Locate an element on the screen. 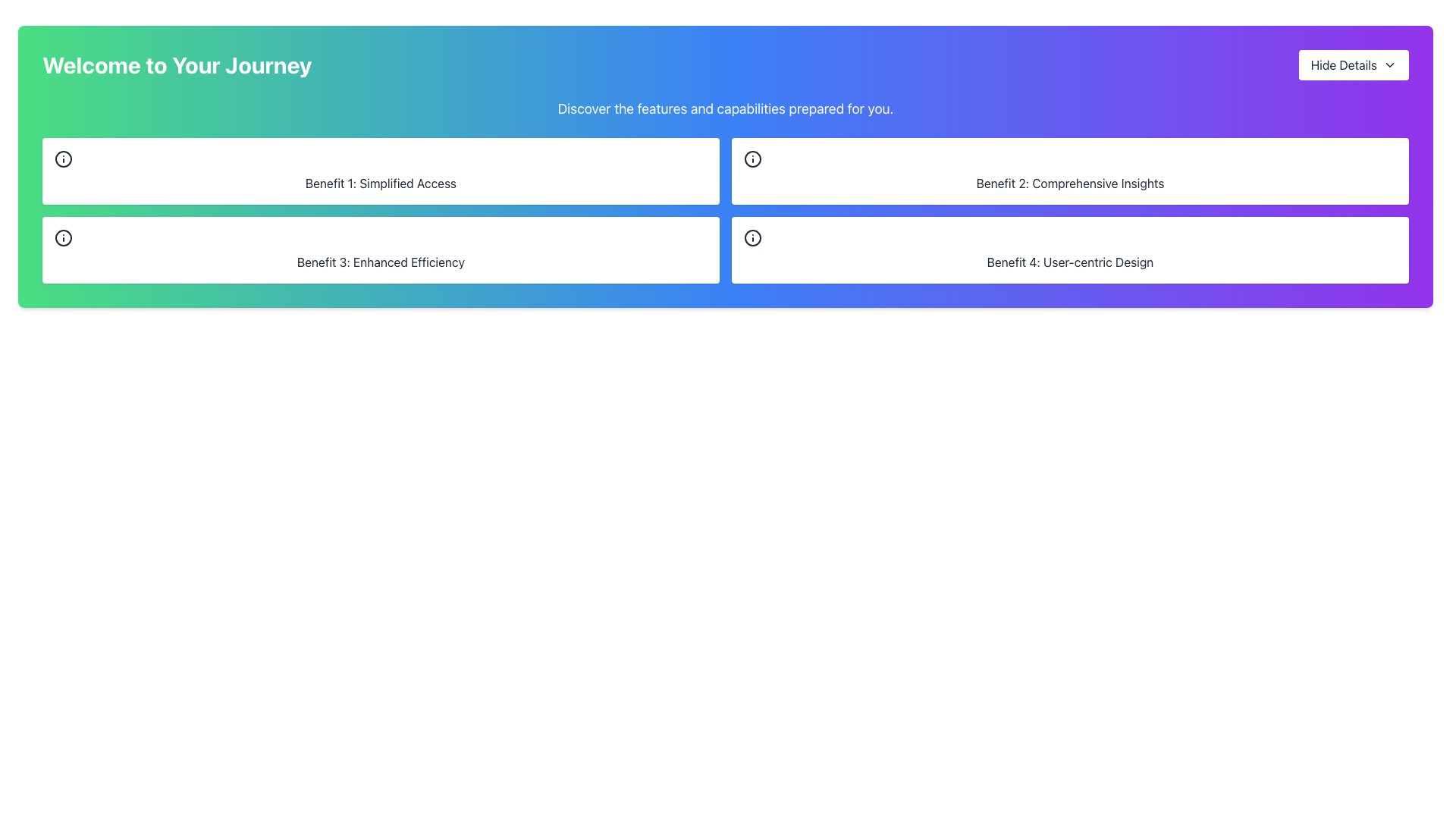  the static text component that presents a specific benefit of the system, located in the second column of the grid layout, aligned with the icon to its left is located at coordinates (1069, 183).